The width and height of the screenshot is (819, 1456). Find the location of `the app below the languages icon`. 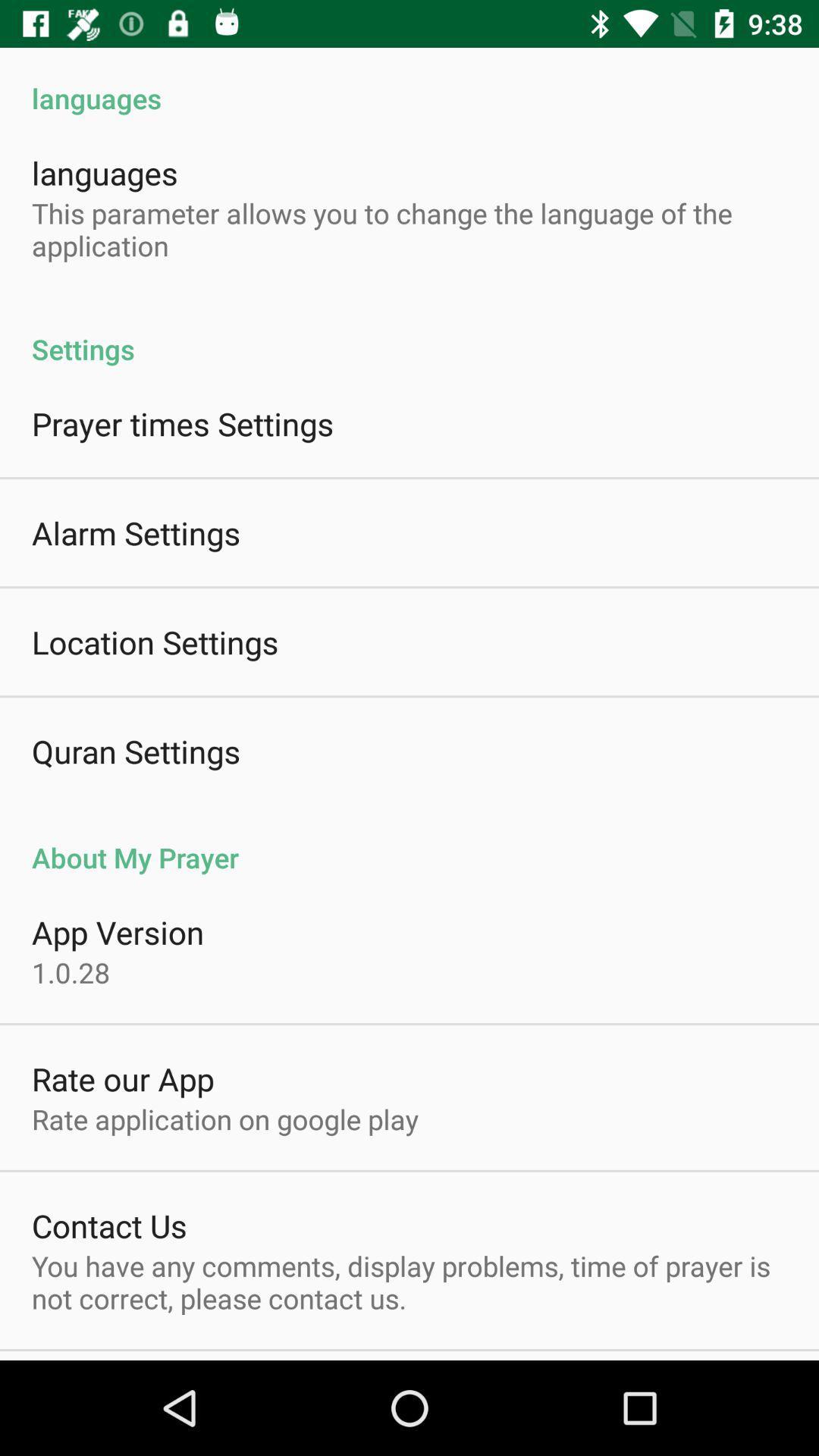

the app below the languages icon is located at coordinates (409, 228).